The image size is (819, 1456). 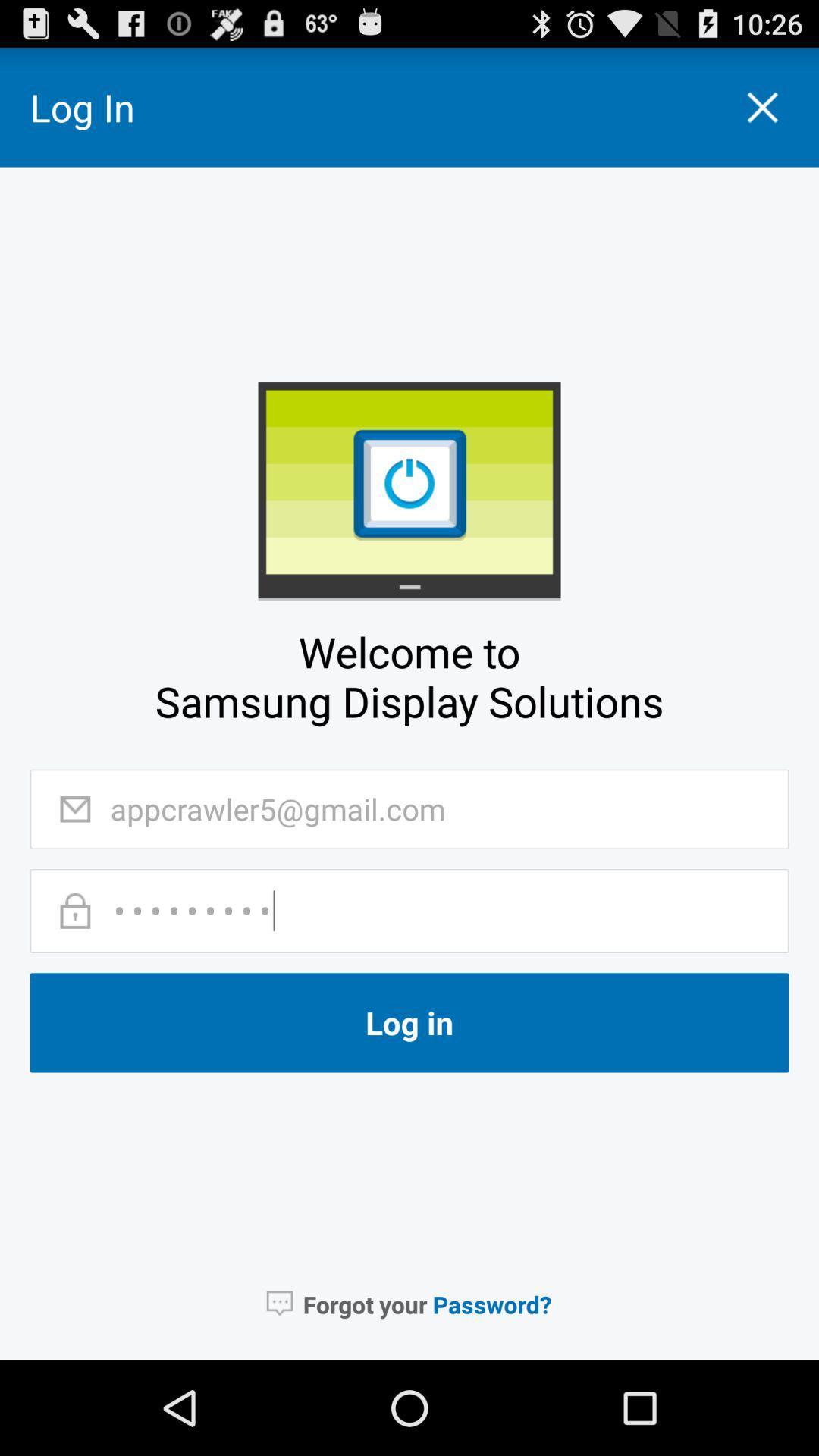 I want to click on the password text field, so click(x=435, y=910).